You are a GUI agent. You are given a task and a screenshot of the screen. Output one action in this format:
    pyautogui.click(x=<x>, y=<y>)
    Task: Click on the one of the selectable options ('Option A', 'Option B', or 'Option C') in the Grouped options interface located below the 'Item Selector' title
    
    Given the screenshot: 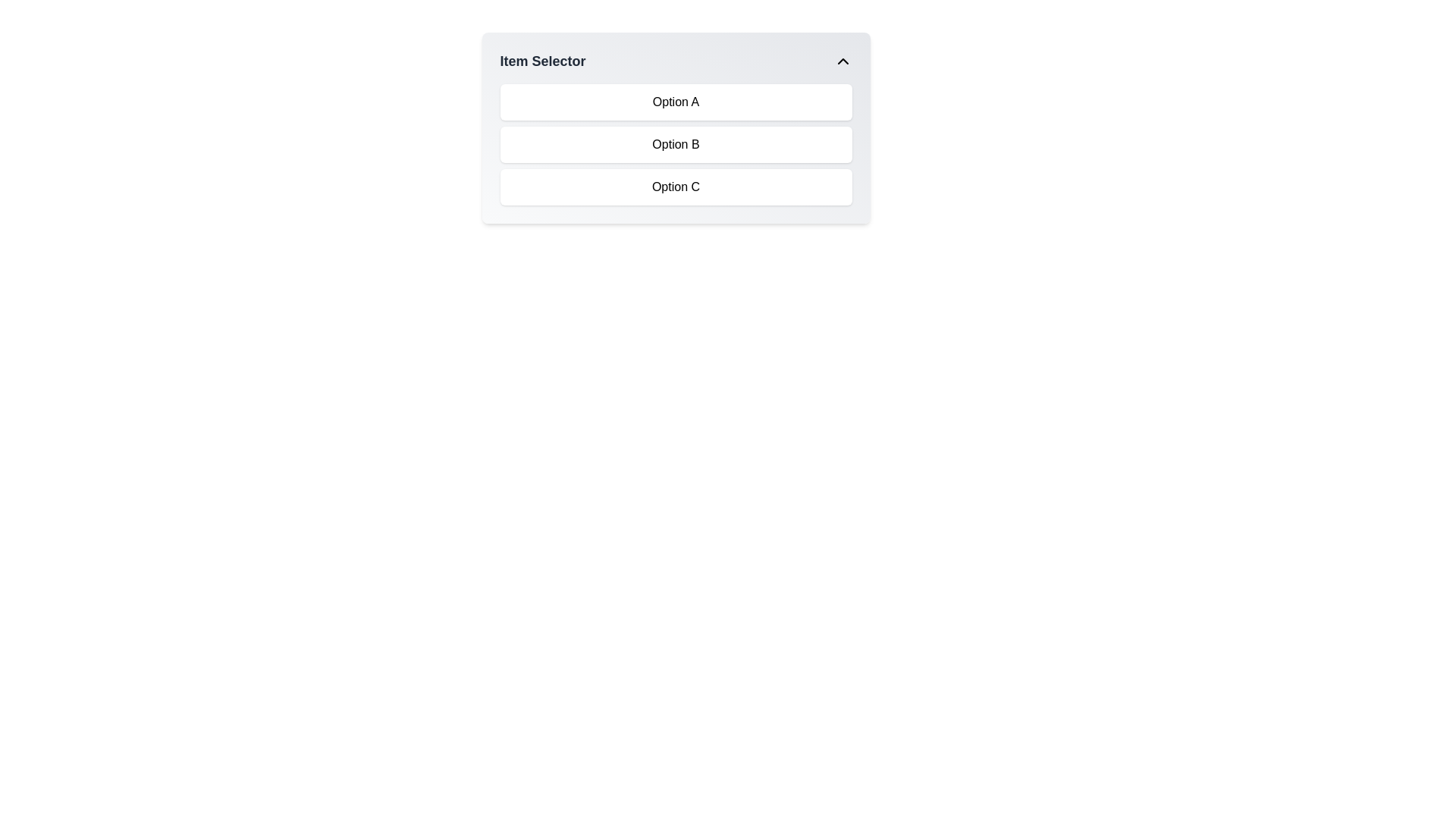 What is the action you would take?
    pyautogui.click(x=675, y=145)
    